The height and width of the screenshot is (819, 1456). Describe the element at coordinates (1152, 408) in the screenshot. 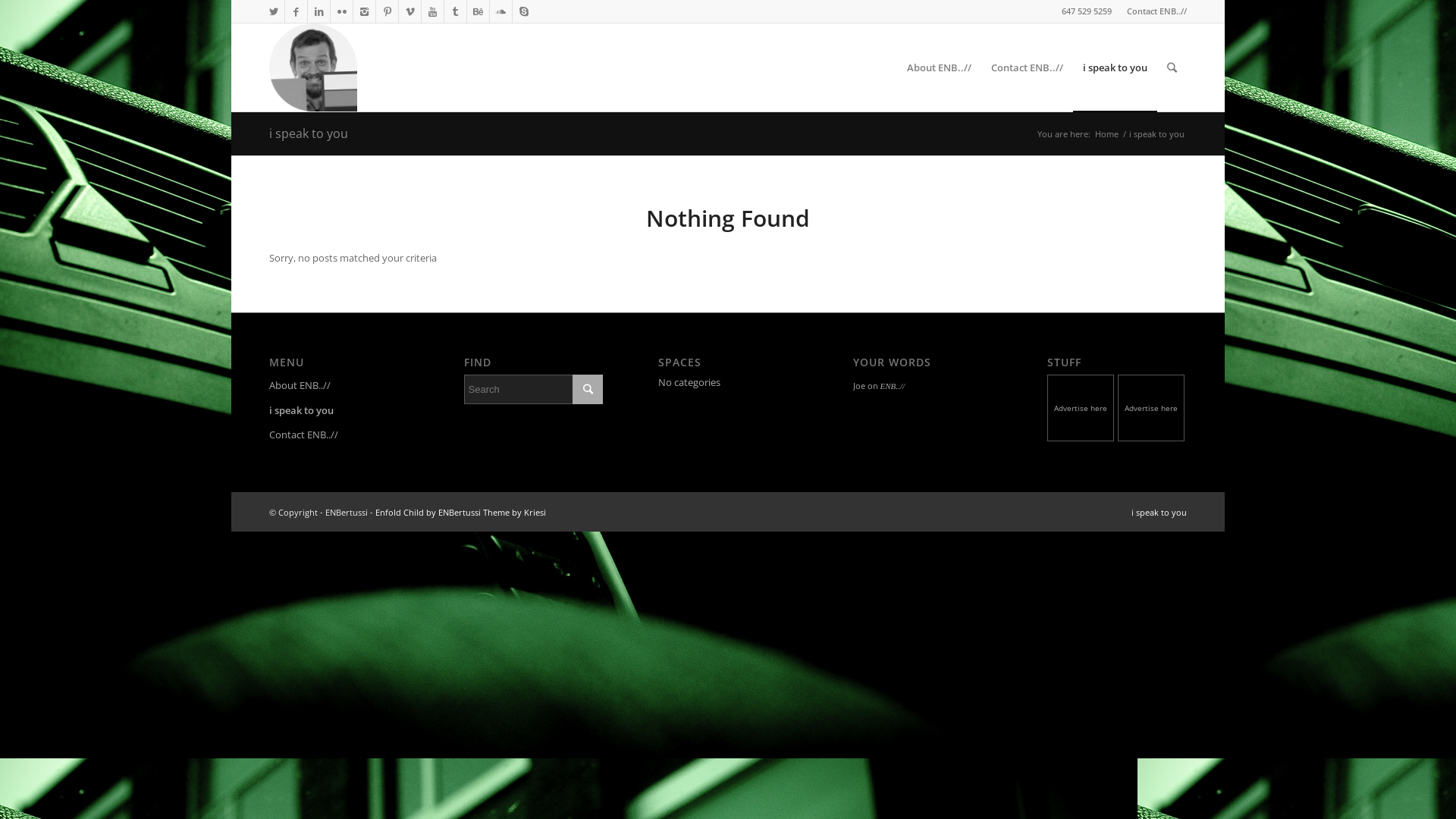

I see `'Advertise here'` at that location.